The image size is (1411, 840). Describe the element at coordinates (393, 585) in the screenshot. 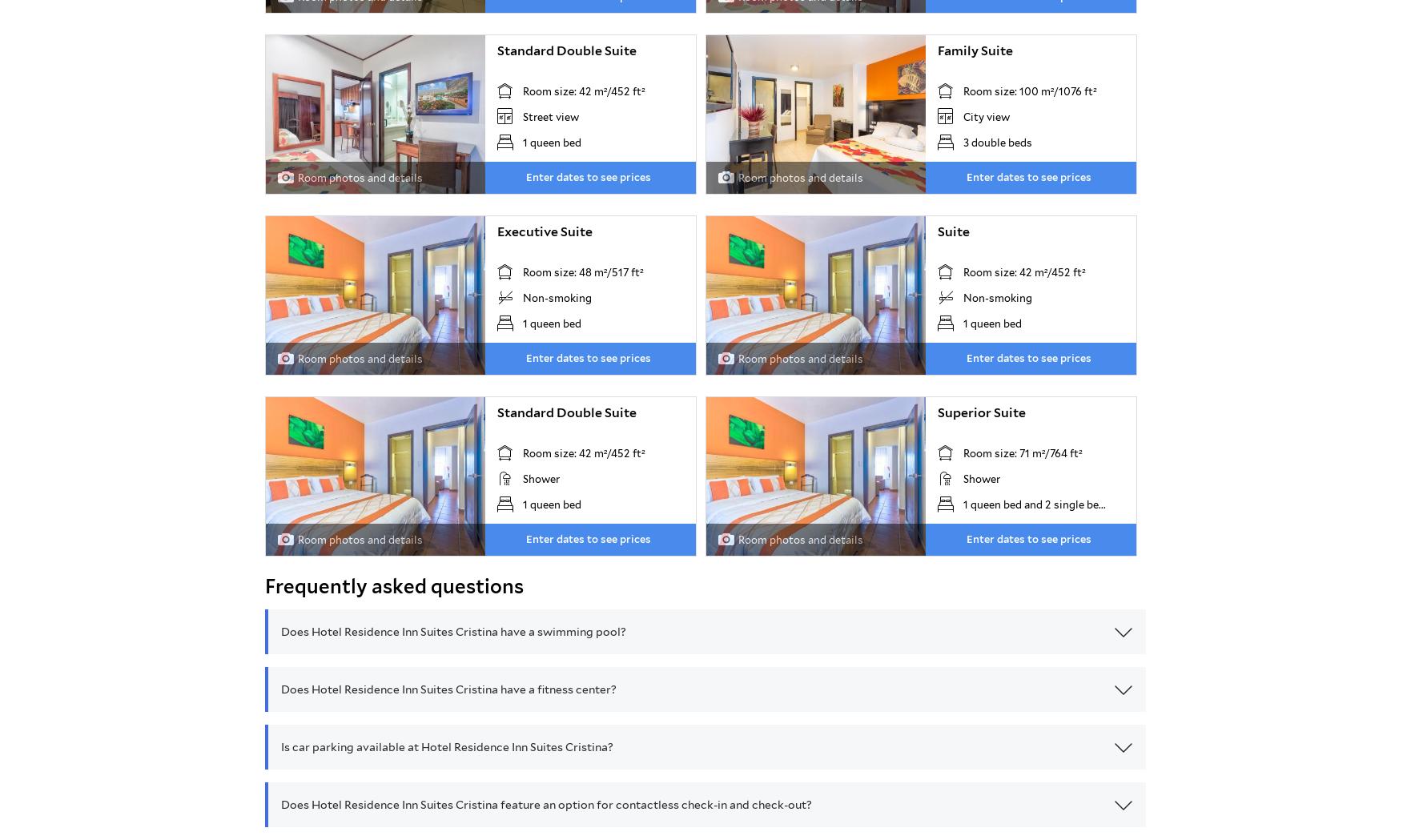

I see `'Frequently asked questions'` at that location.